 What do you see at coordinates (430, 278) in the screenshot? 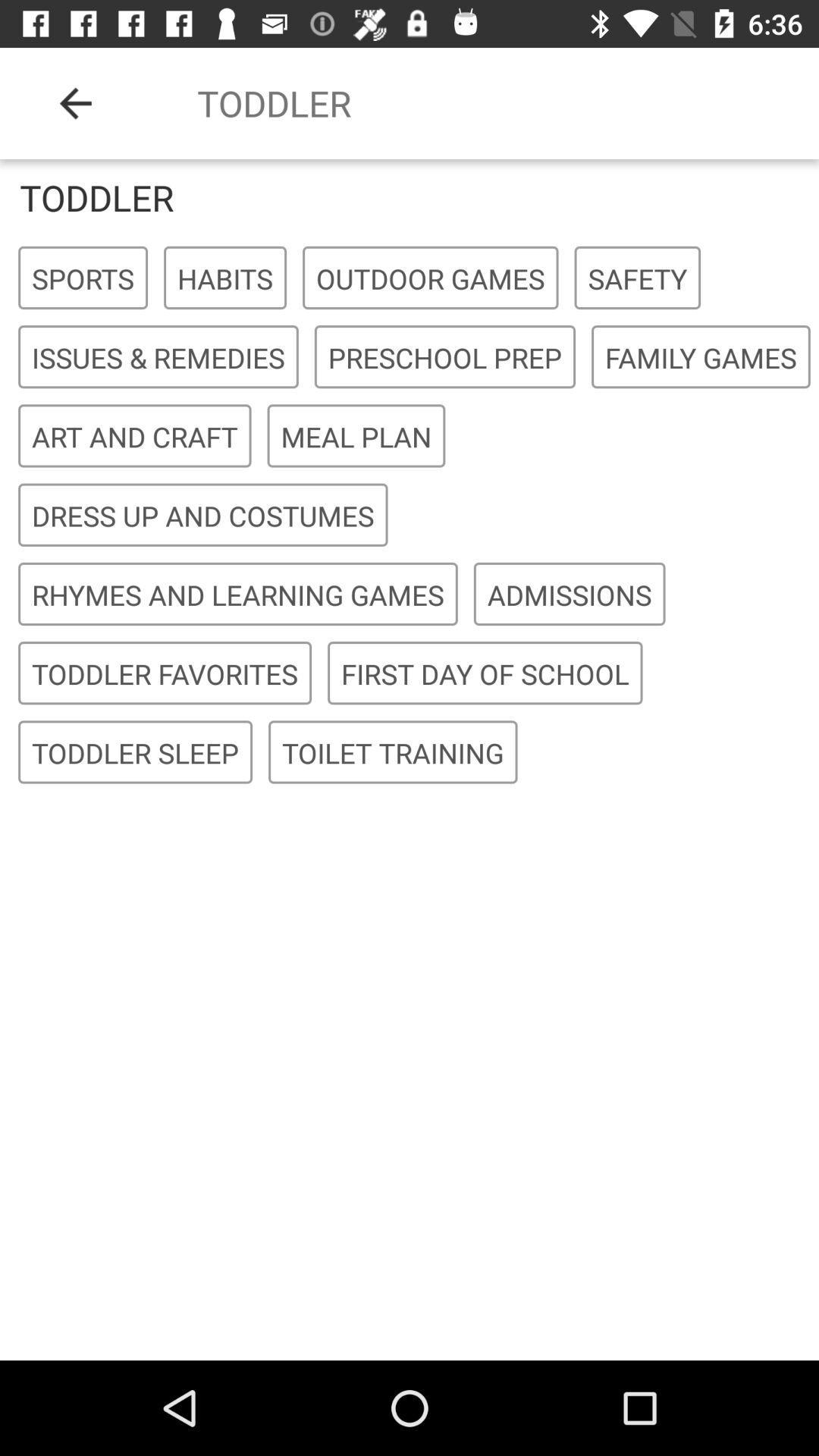
I see `item below the toddler` at bounding box center [430, 278].